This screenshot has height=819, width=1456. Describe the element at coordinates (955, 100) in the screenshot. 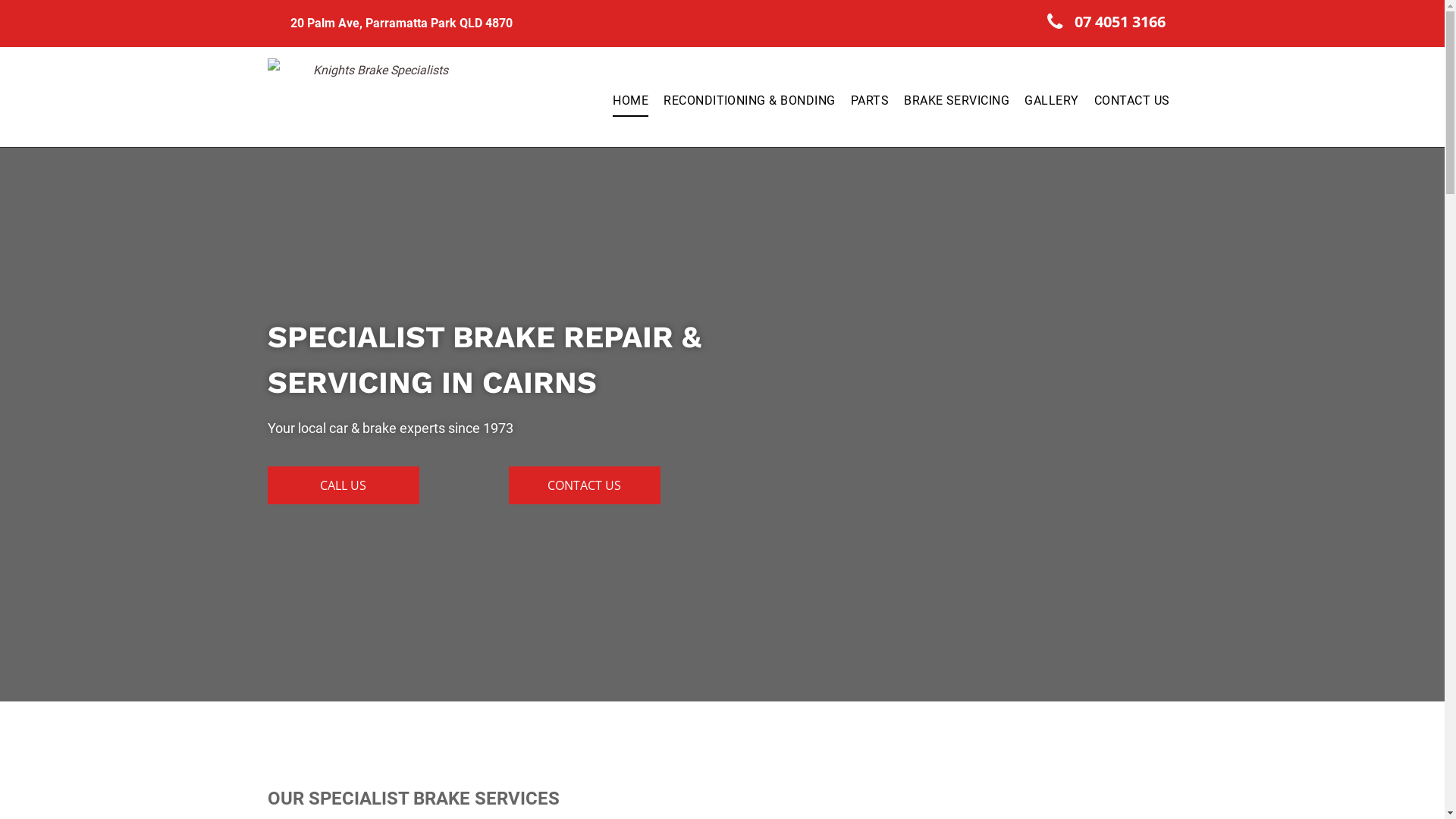

I see `'BRAKE SERVICING'` at that location.